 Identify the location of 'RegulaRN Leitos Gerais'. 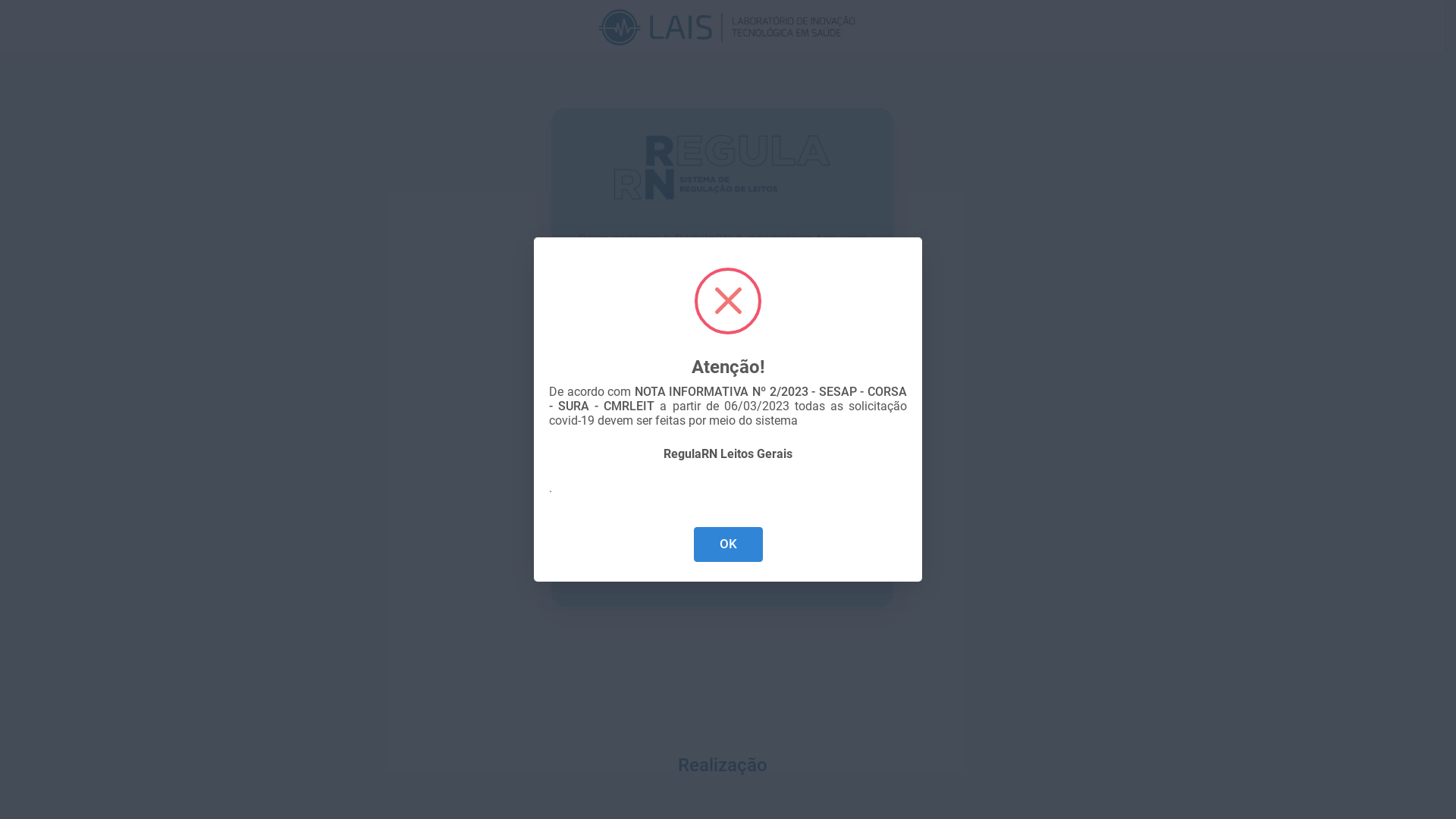
(728, 453).